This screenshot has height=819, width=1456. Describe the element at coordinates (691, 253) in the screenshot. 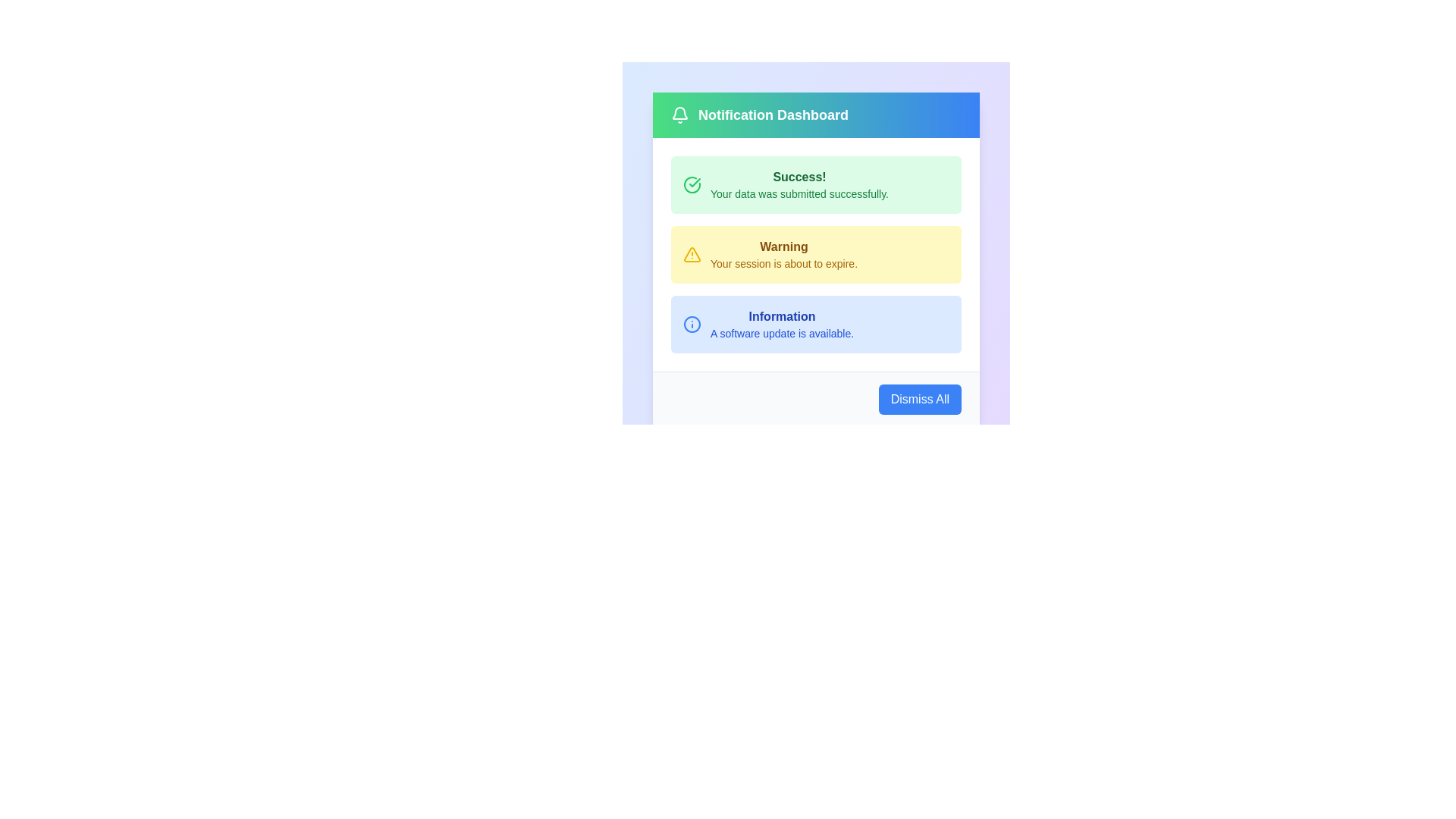

I see `the warning icon located to the left of the 'Warning' text in the yellow notification box under the 'Notification Dashboard'` at that location.